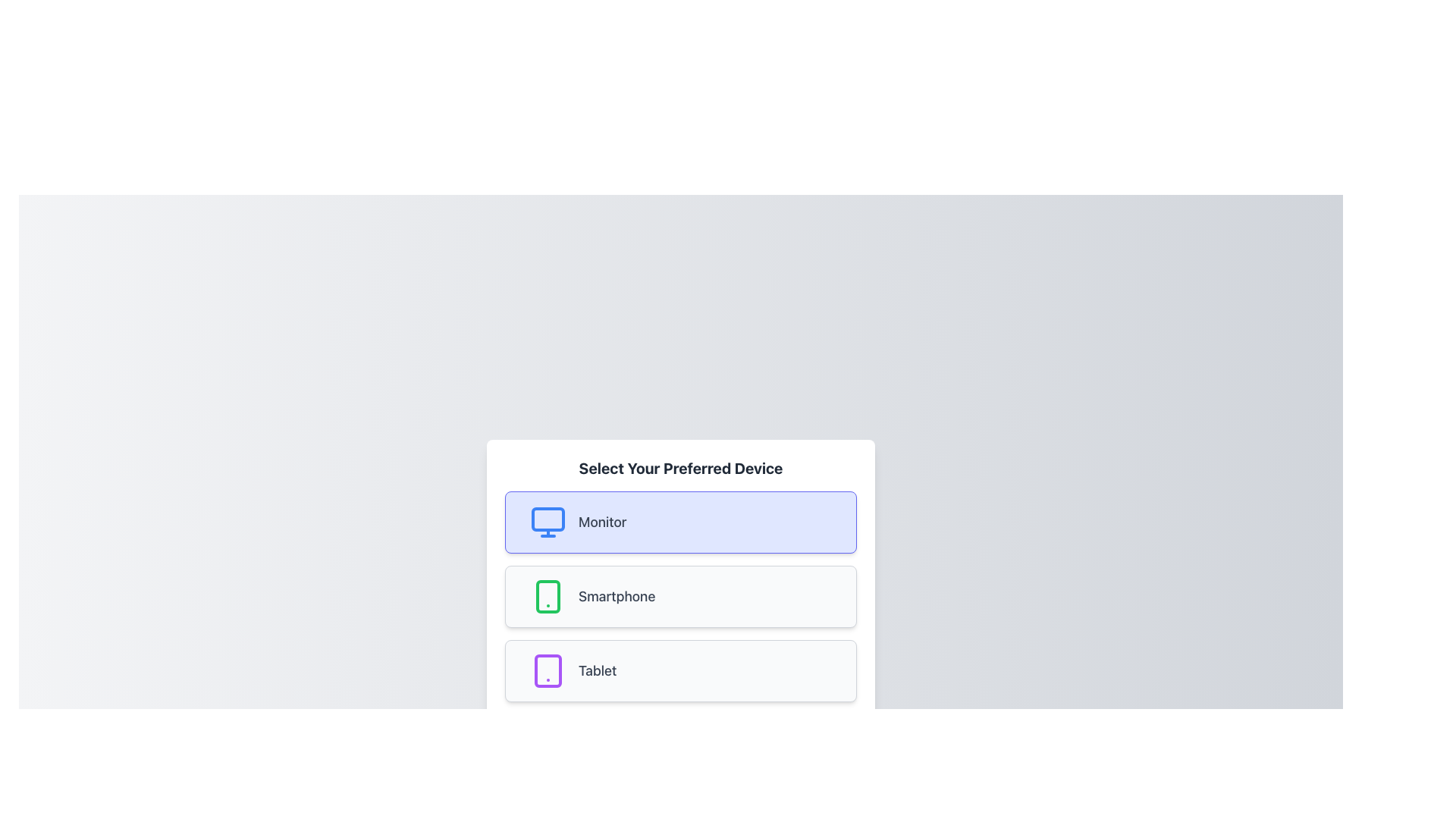 This screenshot has height=819, width=1456. I want to click on the 'Smartphone' text label, which is centrally positioned in the second card-like option for device selection, located between 'Monitor' and 'Tablet', so click(617, 595).